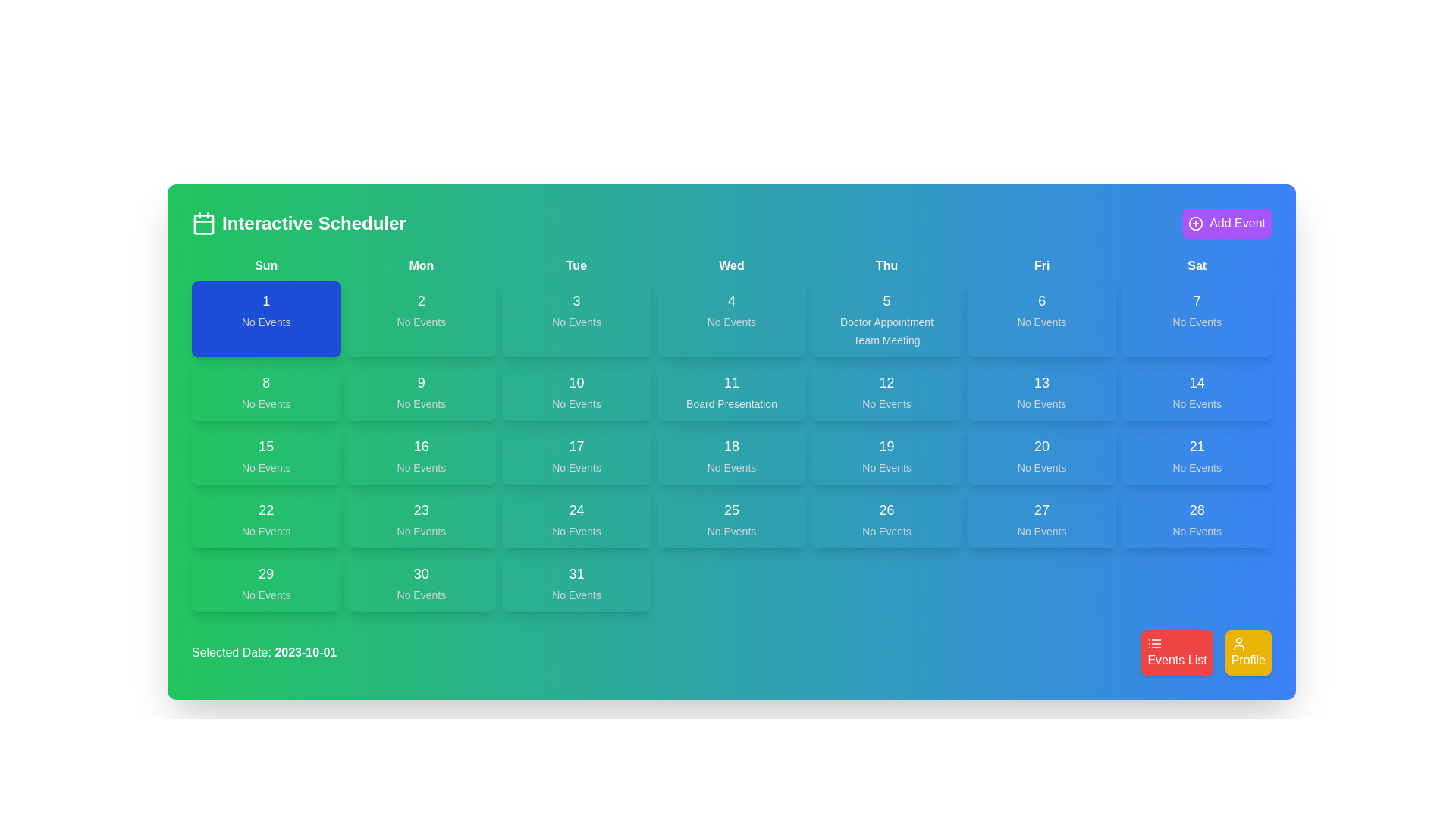 Image resolution: width=1456 pixels, height=819 pixels. Describe the element at coordinates (266, 582) in the screenshot. I see `the calendar date cell displaying '29'` at that location.